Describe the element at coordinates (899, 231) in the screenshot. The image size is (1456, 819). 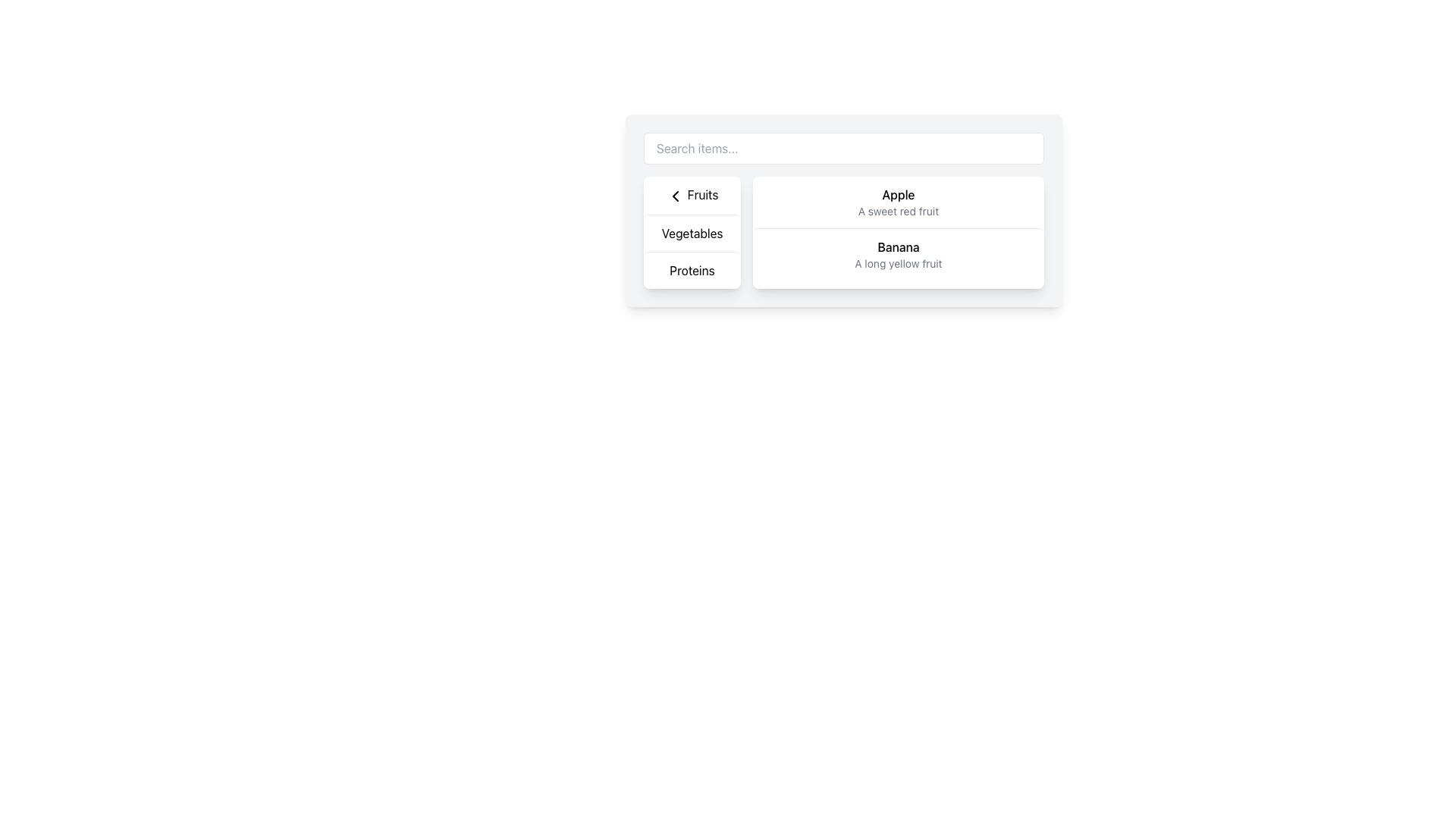
I see `the 'Banana' entry in the content panel that lists 'Apple' and 'Banana' with descriptions` at that location.